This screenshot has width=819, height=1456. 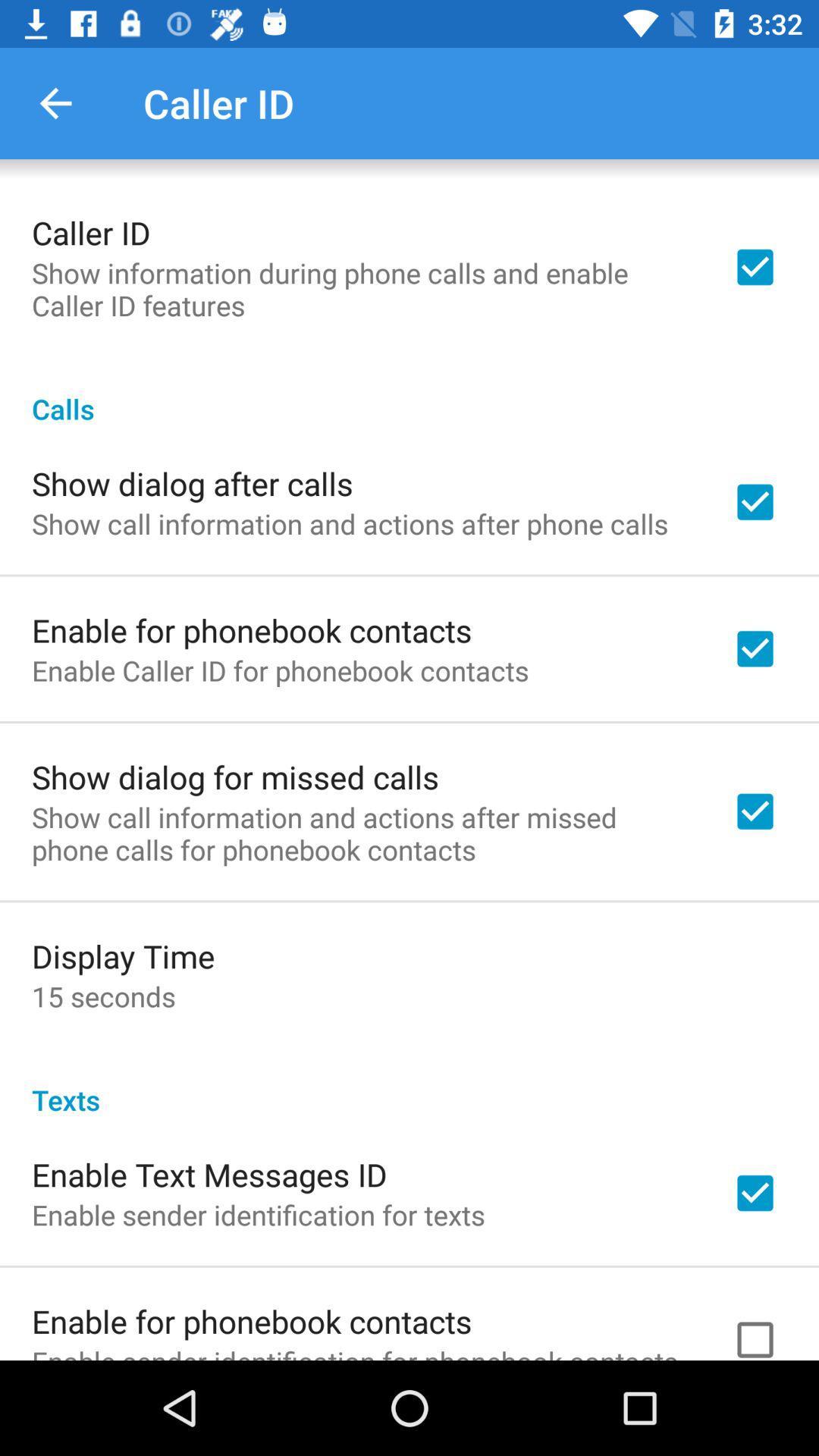 What do you see at coordinates (209, 1173) in the screenshot?
I see `the item above the enable sender identification icon` at bounding box center [209, 1173].